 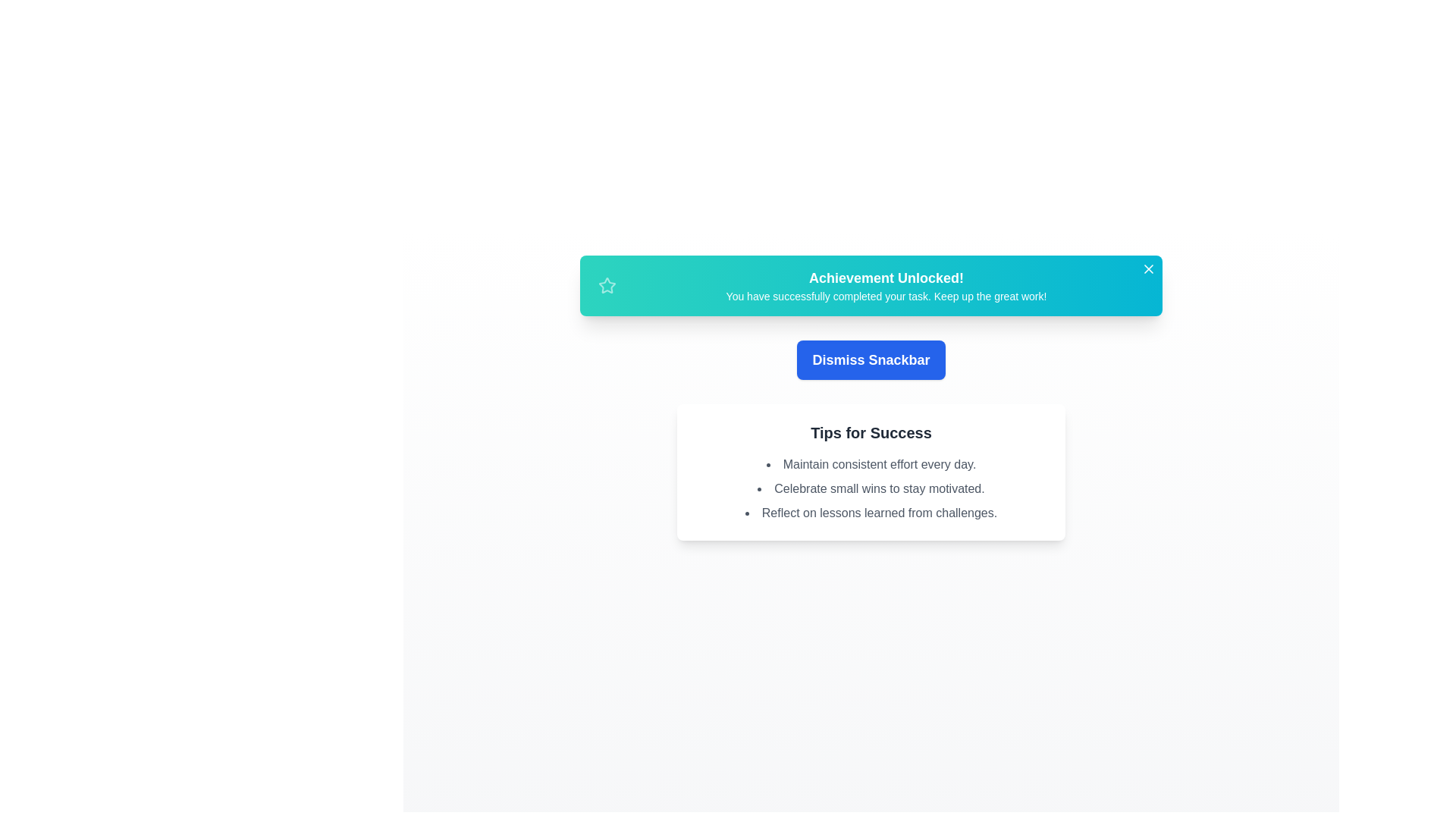 What do you see at coordinates (871, 472) in the screenshot?
I see `the card in the 'Tips for Success' section` at bounding box center [871, 472].